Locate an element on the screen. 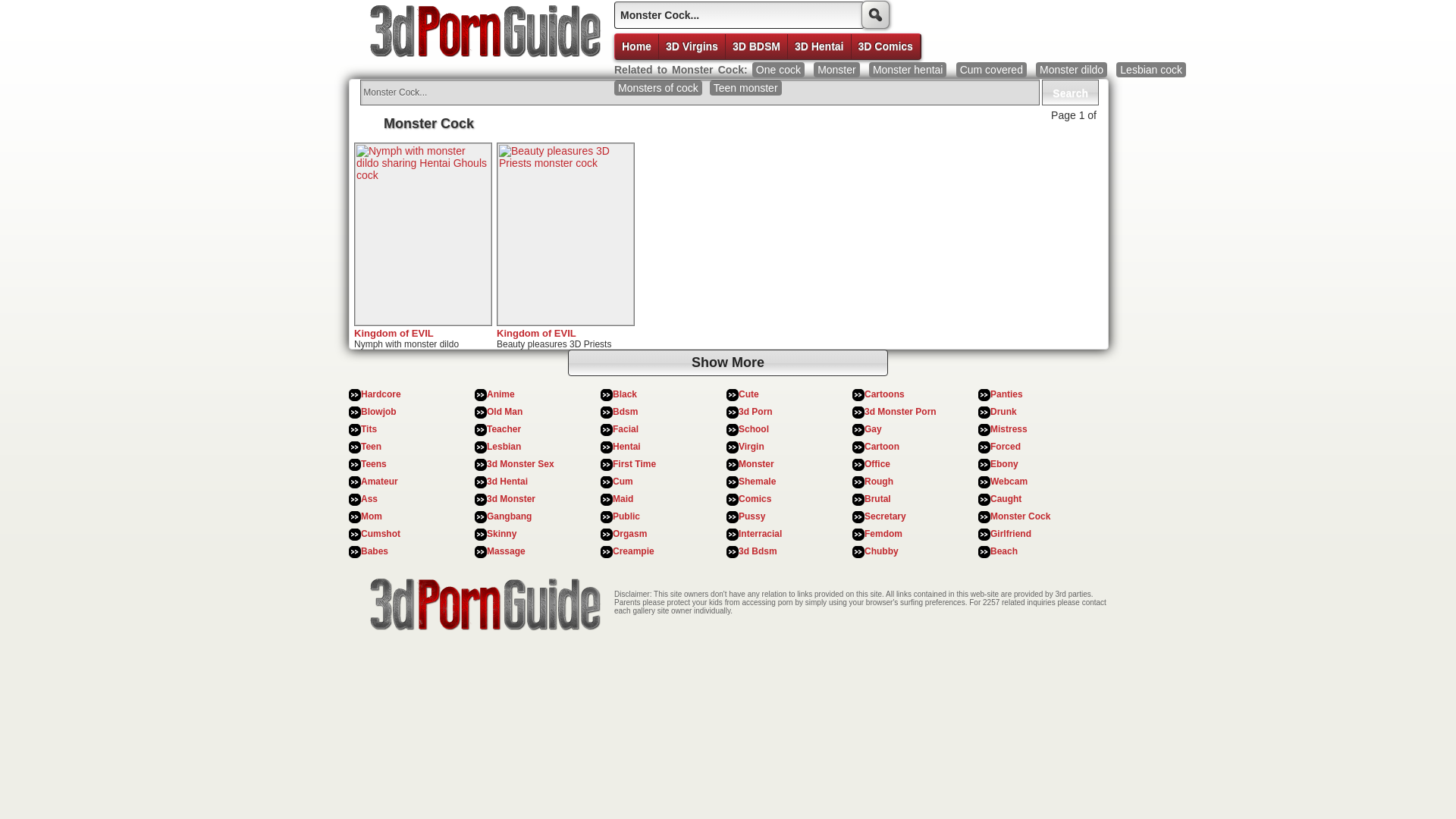  'Femdom' is located at coordinates (883, 533).